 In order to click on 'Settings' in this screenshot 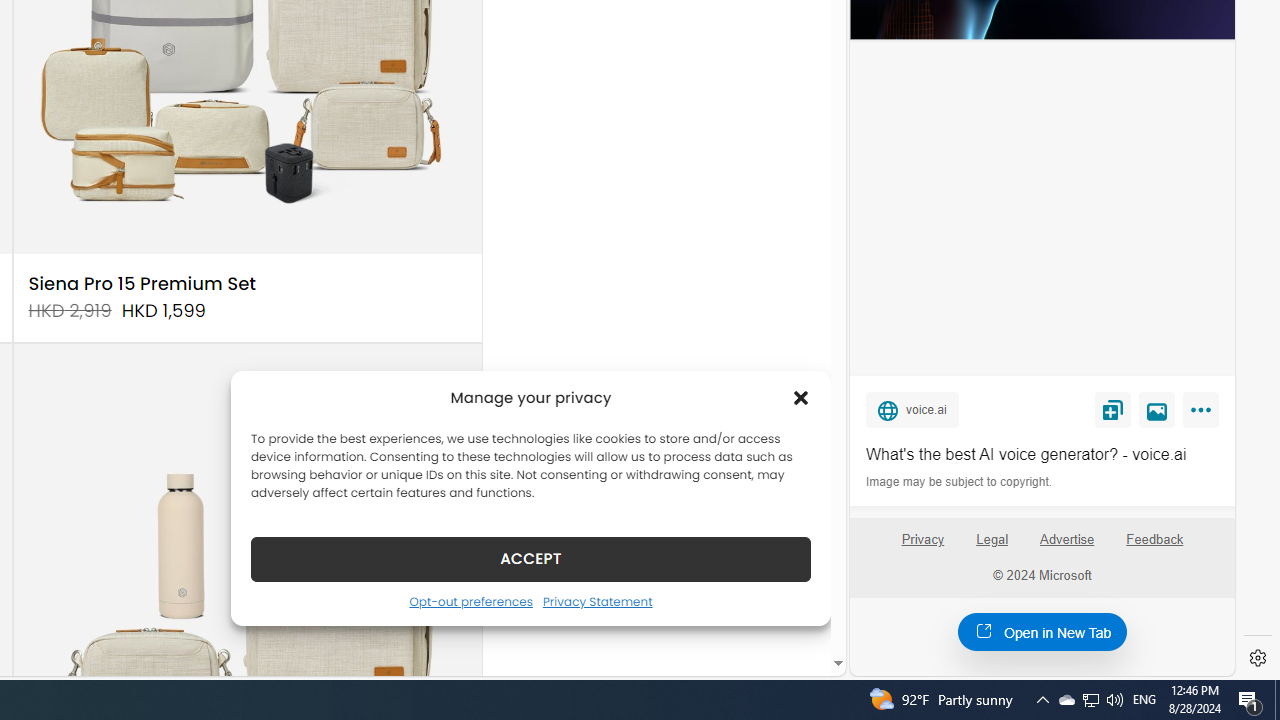, I will do `click(1257, 658)`.